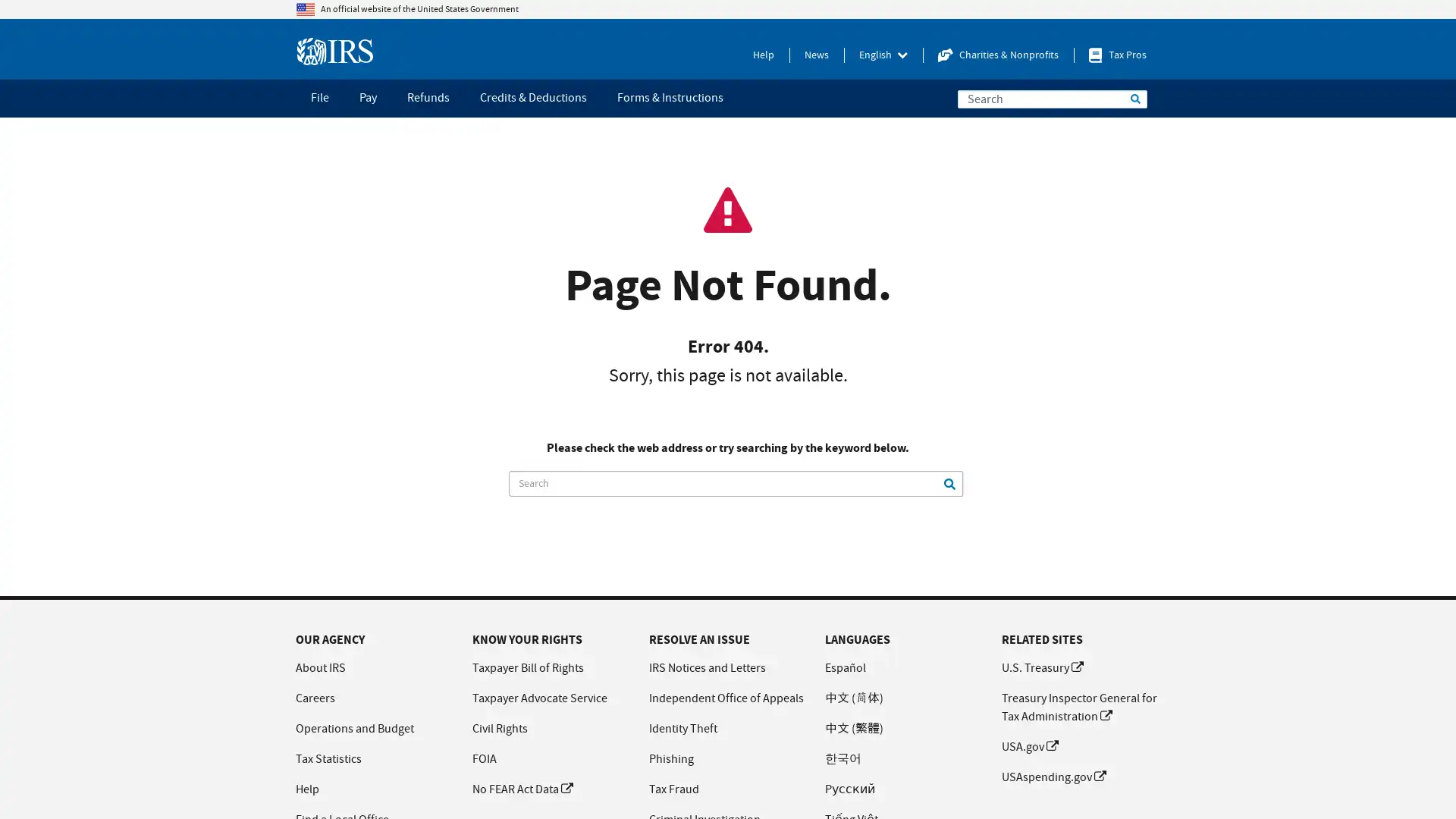  What do you see at coordinates (526, 640) in the screenshot?
I see `KNOW YOUR RIGHTS` at bounding box center [526, 640].